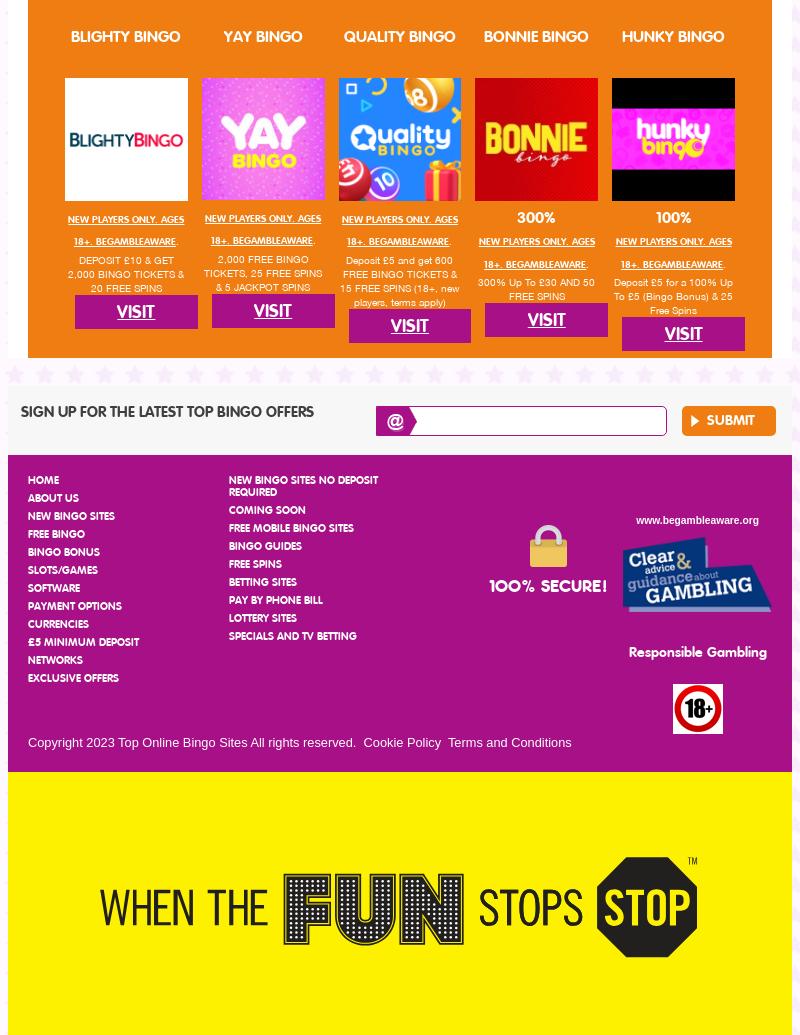 The height and width of the screenshot is (1035, 800). Describe the element at coordinates (261, 36) in the screenshot. I see `'Yay Bingo'` at that location.